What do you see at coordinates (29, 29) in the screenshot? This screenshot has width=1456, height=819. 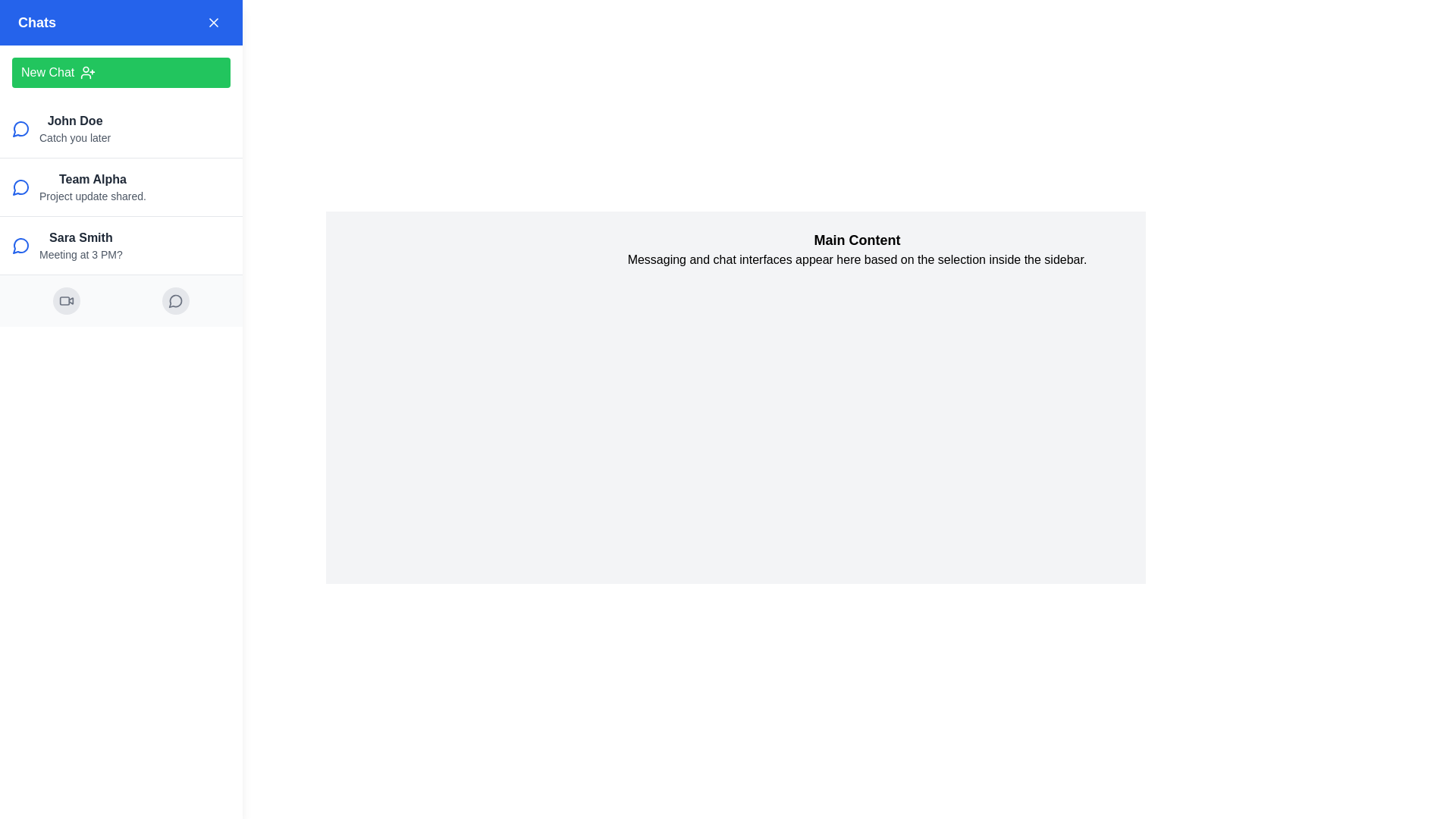 I see `the rounded blue button with white text and an 'X' icon located in the top-left corner of the interface` at bounding box center [29, 29].